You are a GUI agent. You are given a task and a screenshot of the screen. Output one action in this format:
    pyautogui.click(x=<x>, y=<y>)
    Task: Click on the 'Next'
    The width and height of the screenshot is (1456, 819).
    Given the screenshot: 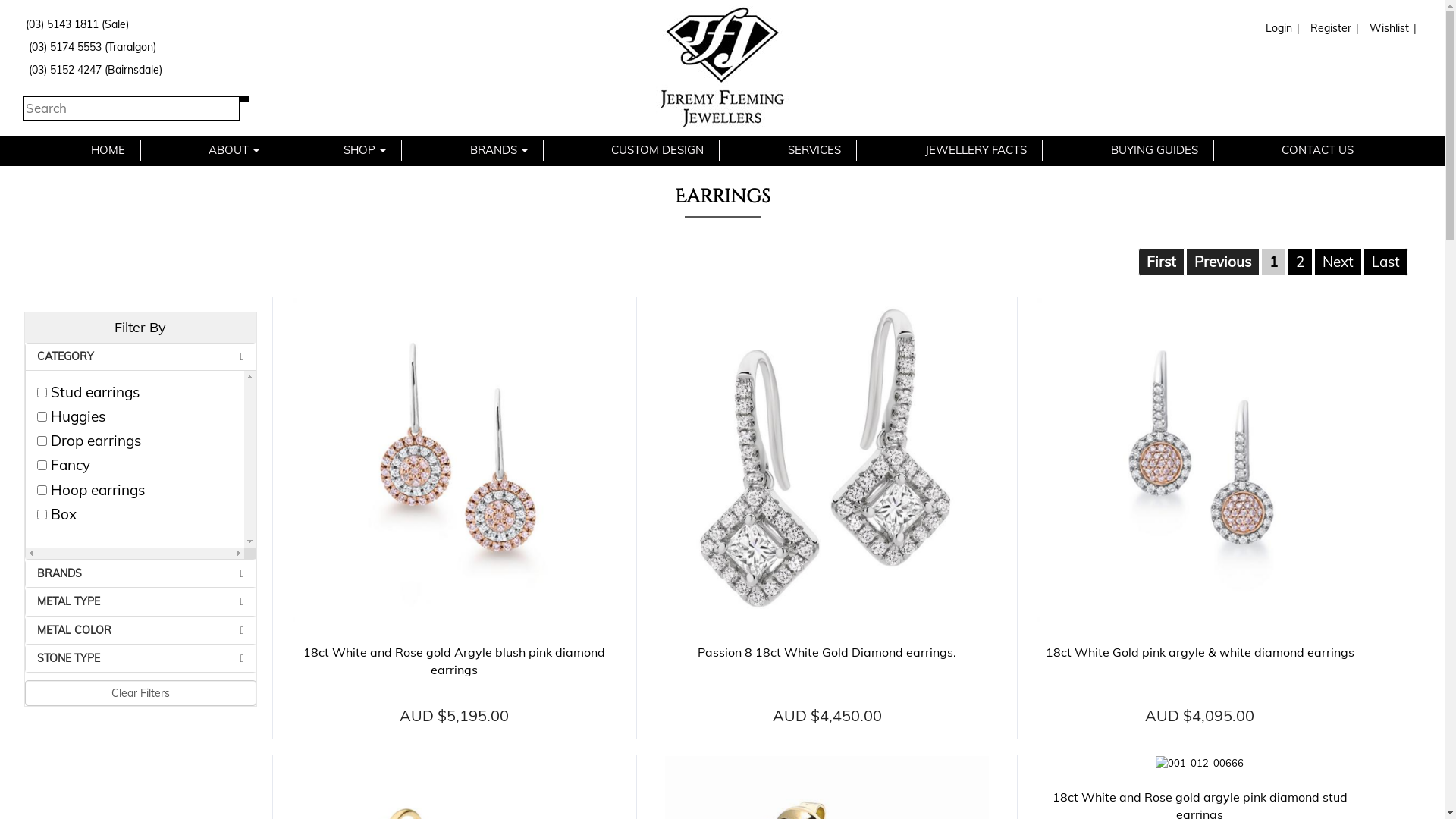 What is the action you would take?
    pyautogui.click(x=1338, y=260)
    